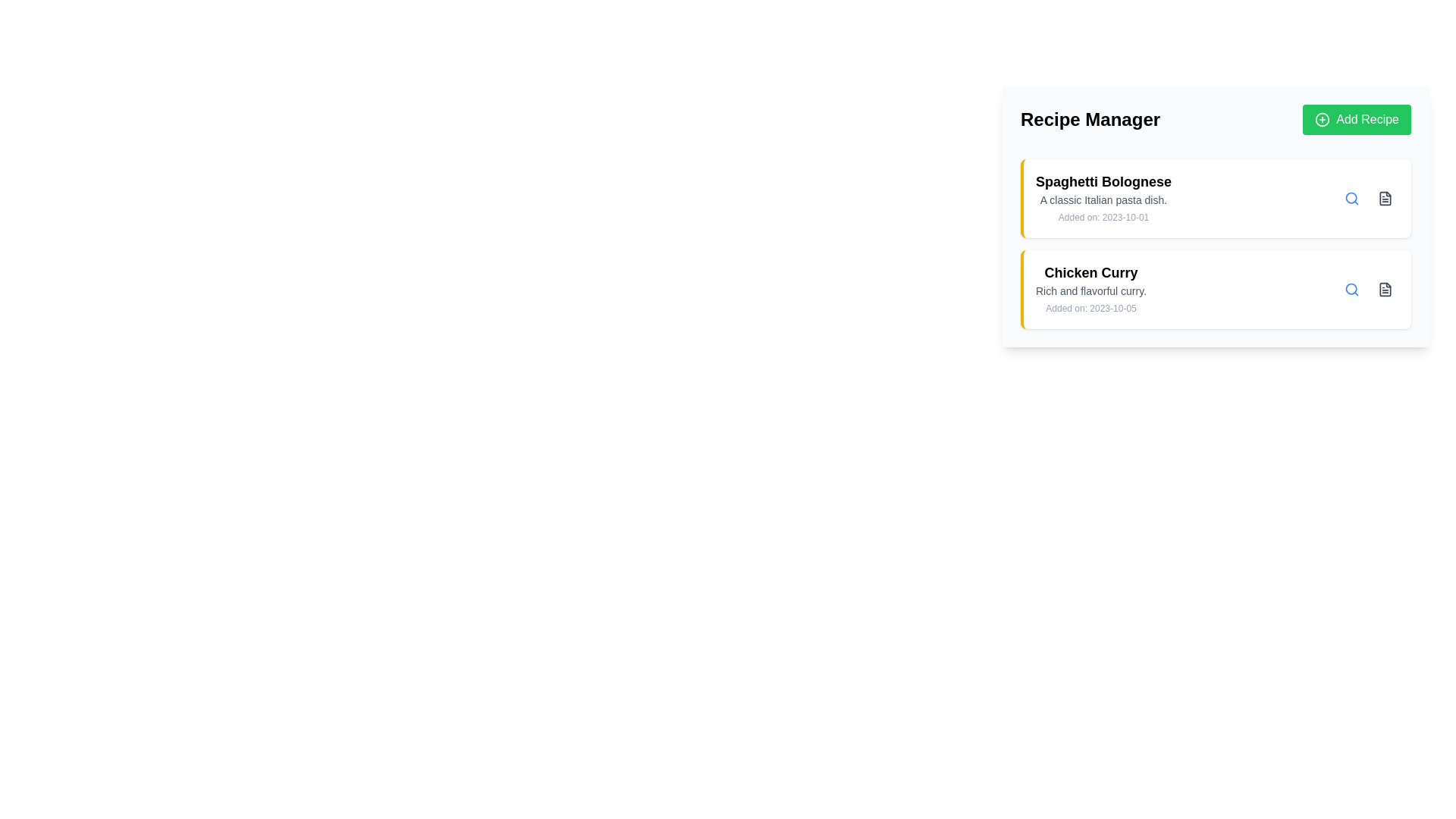 Image resolution: width=1456 pixels, height=819 pixels. Describe the element at coordinates (1357, 119) in the screenshot. I see `the 'Add New Recipe' button located in the upper-right corner of the 'Recipe Manager' section to potentially see hover effects` at that location.